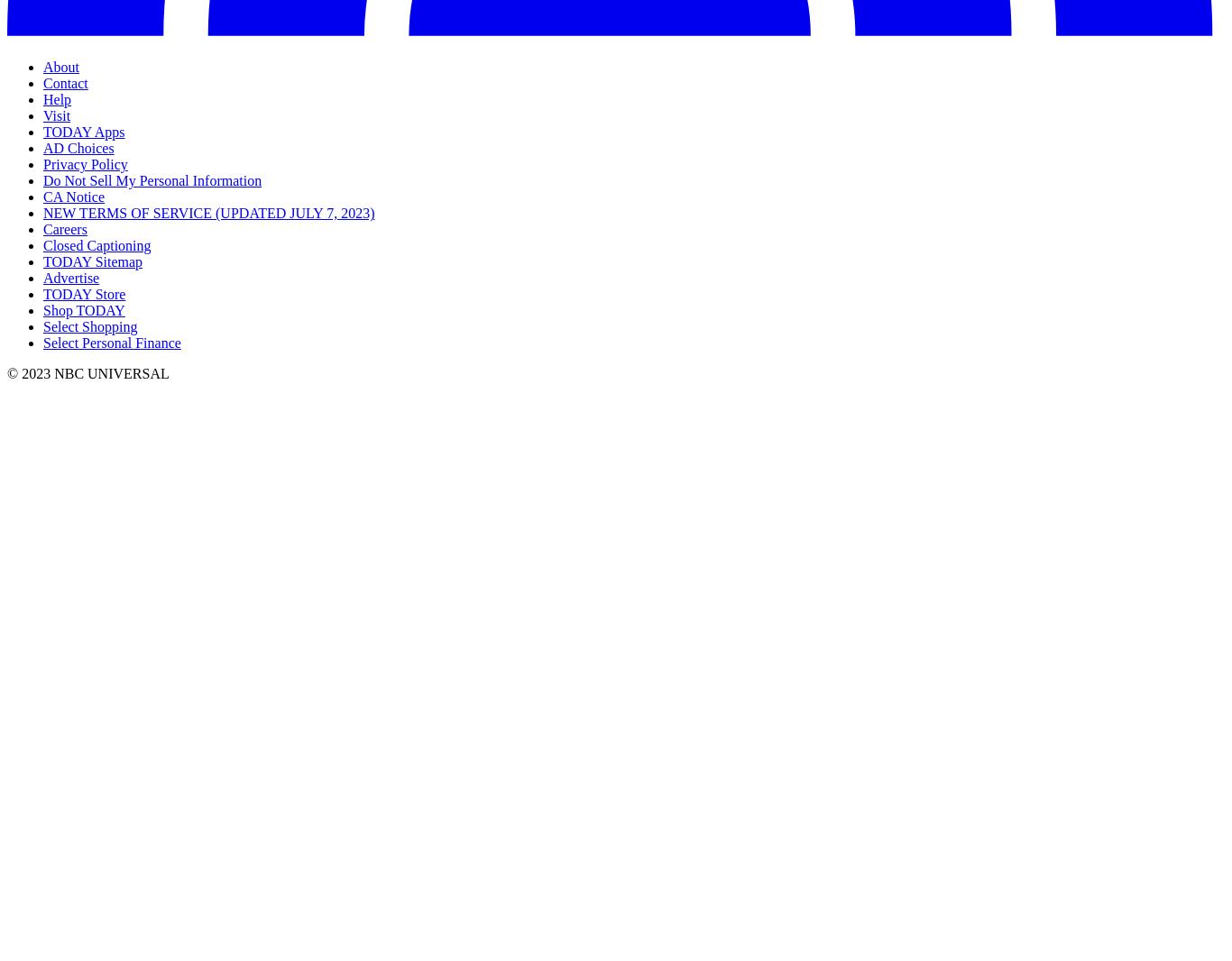  Describe the element at coordinates (84, 131) in the screenshot. I see `'TODAY Apps'` at that location.